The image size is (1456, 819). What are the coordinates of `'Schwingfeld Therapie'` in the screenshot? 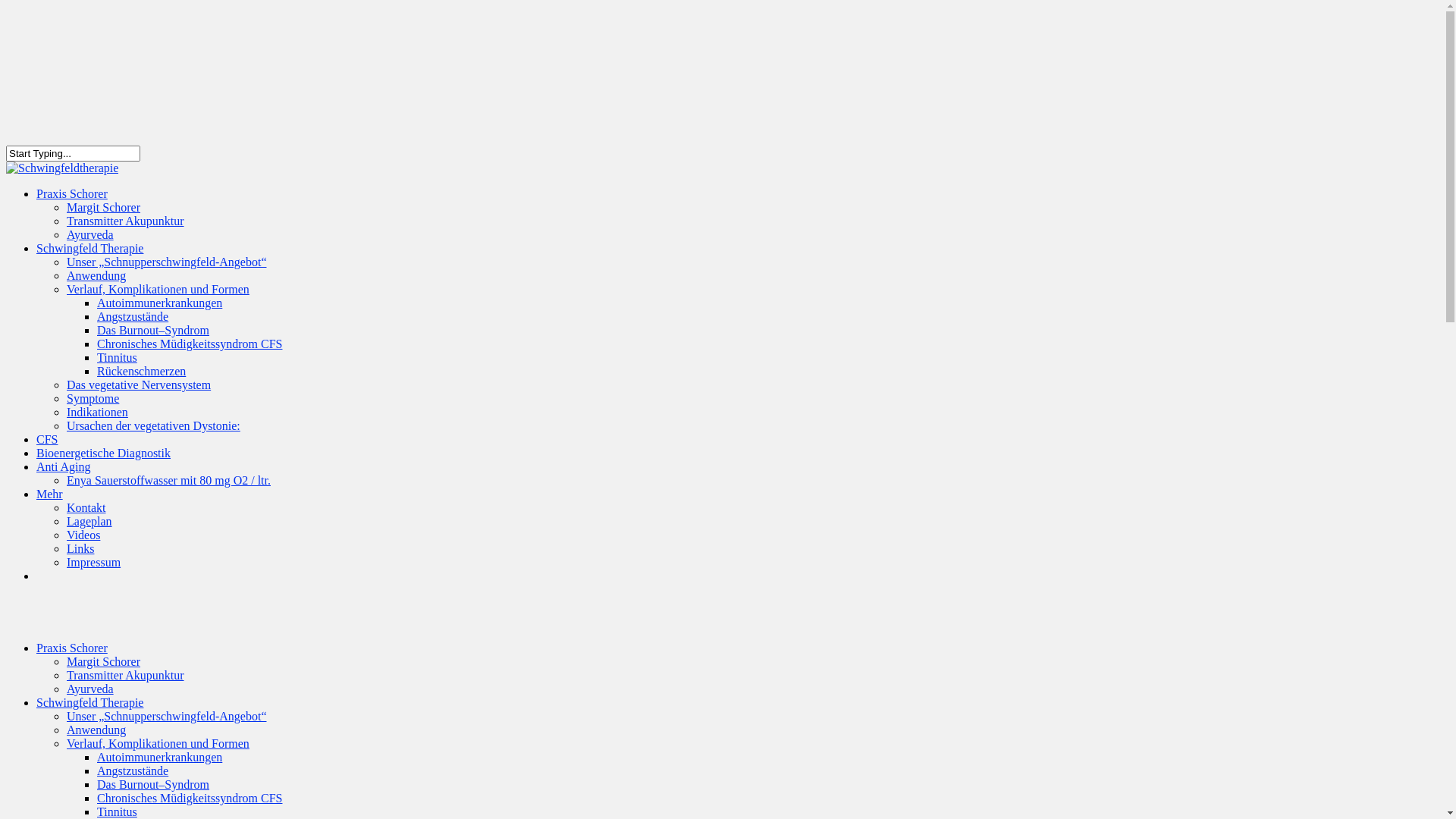 It's located at (89, 258).